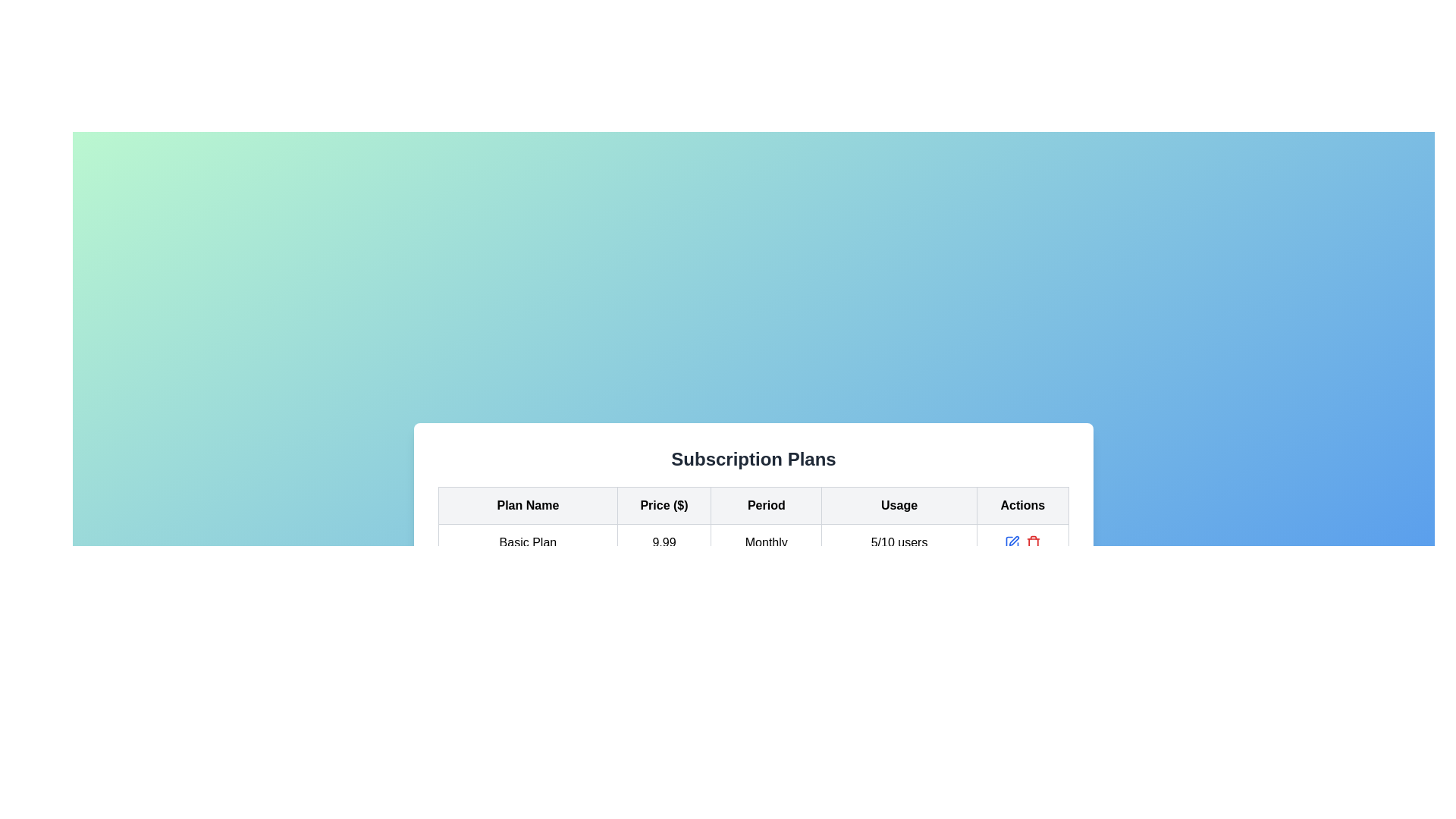 Image resolution: width=1456 pixels, height=819 pixels. I want to click on the Table Header of the subscription plan table, which contains the column names 'Plan Name,' 'Price ($),' 'Period,' 'Usage,' and 'Actions.', so click(753, 505).